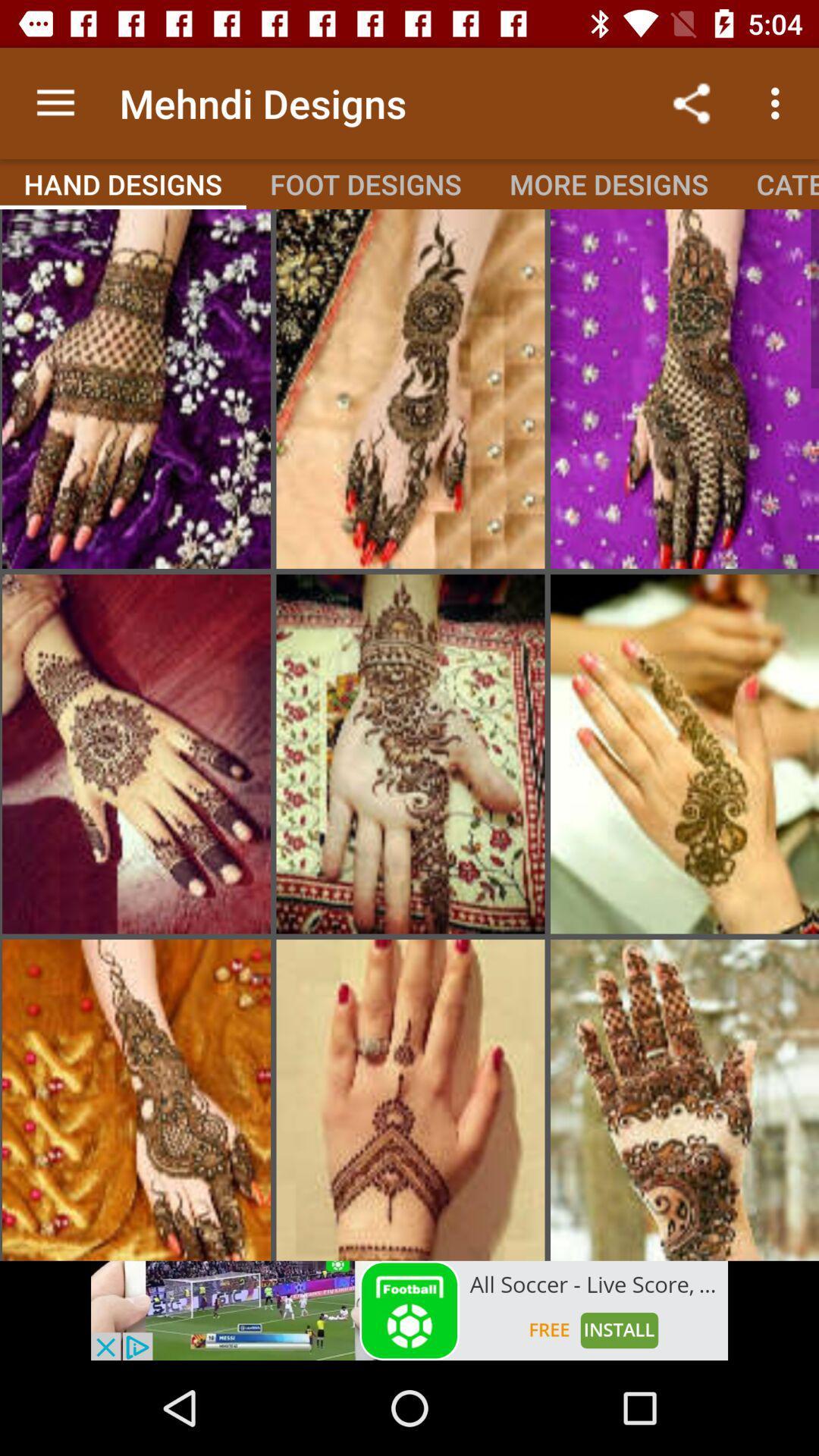 Image resolution: width=819 pixels, height=1456 pixels. Describe the element at coordinates (409, 1310) in the screenshot. I see `open an advertisement` at that location.